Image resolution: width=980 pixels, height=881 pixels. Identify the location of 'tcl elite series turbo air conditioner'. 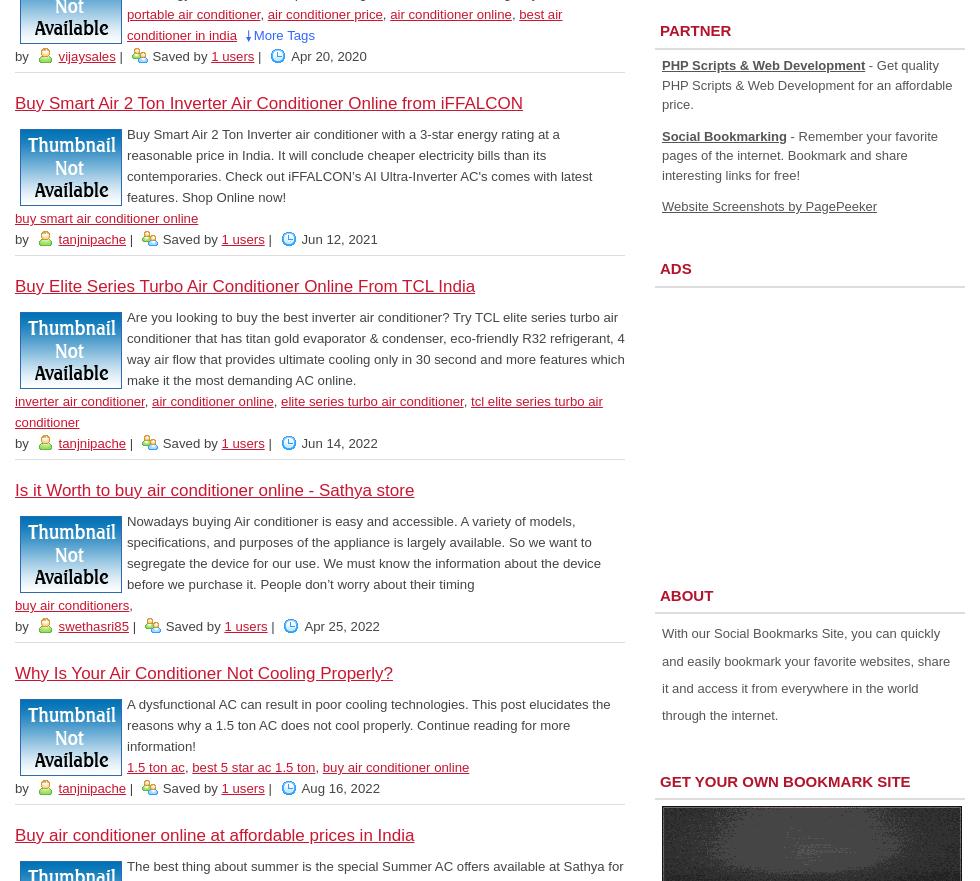
(308, 411).